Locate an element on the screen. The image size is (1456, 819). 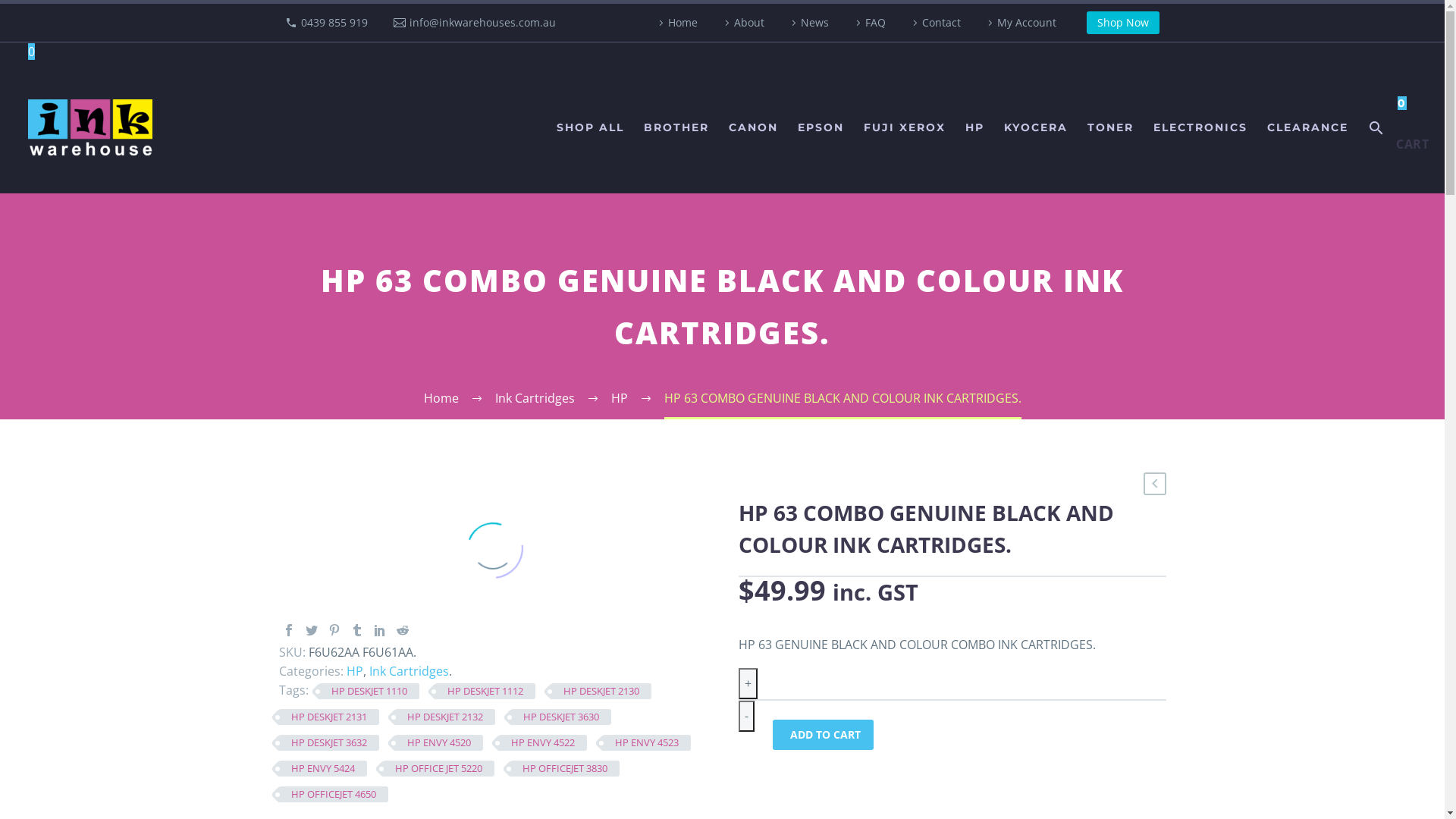
'News' is located at coordinates (807, 23).